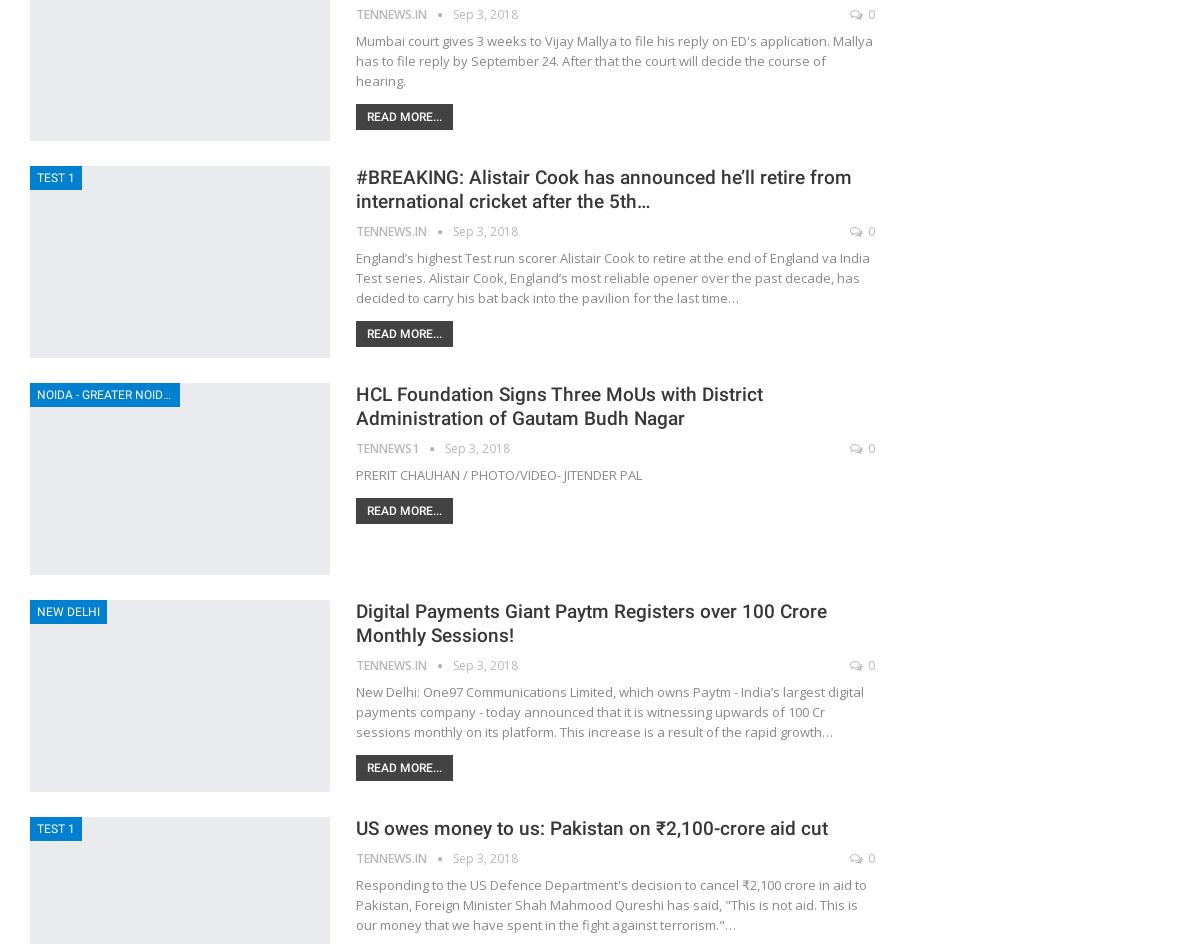 This screenshot has height=944, width=1200. I want to click on 'PRERIT CHAUHAN / PHOTO/VIDEO- JITENDER PAL', so click(497, 475).